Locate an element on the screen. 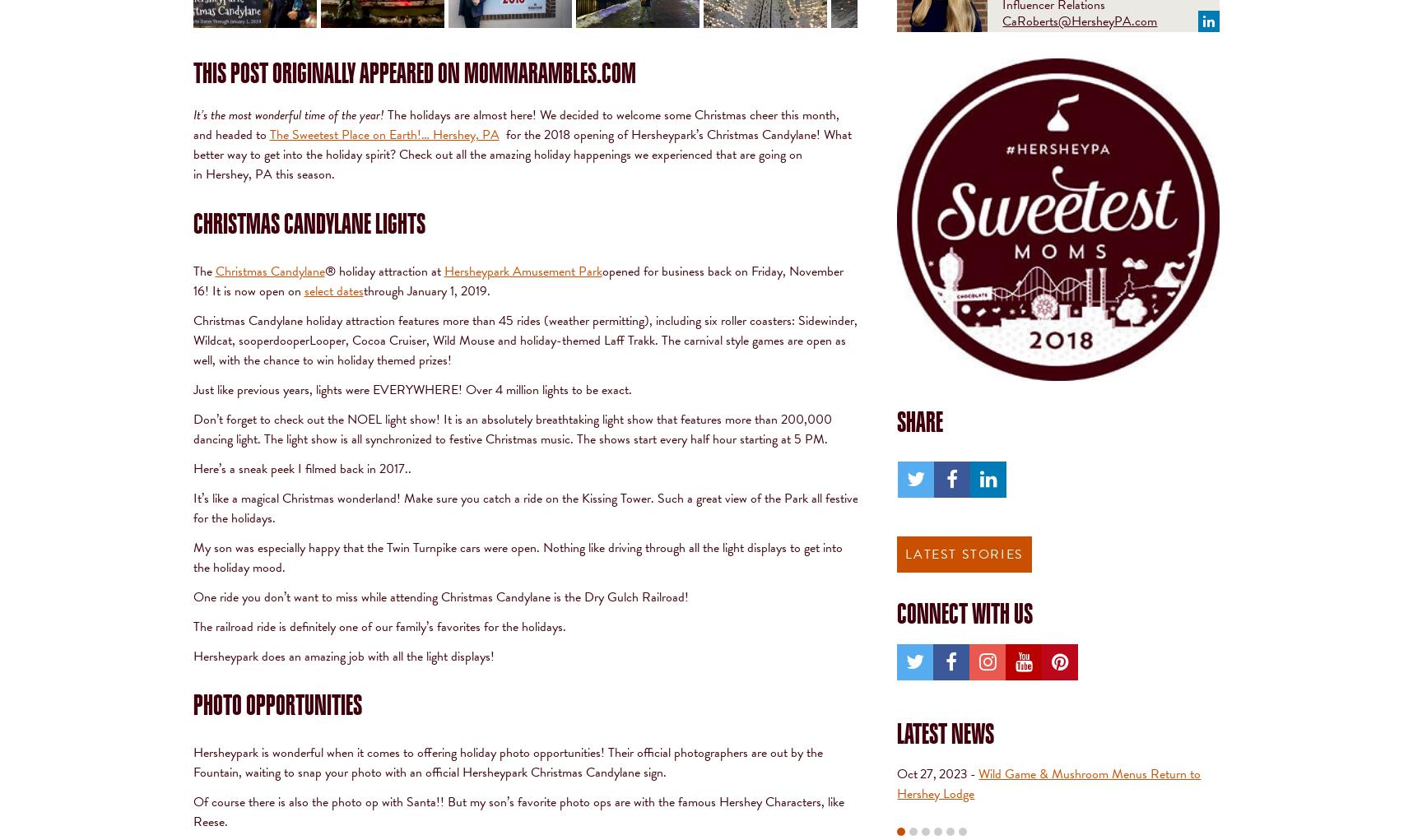 The image size is (1413, 840). 'Connect With Us' is located at coordinates (896, 612).